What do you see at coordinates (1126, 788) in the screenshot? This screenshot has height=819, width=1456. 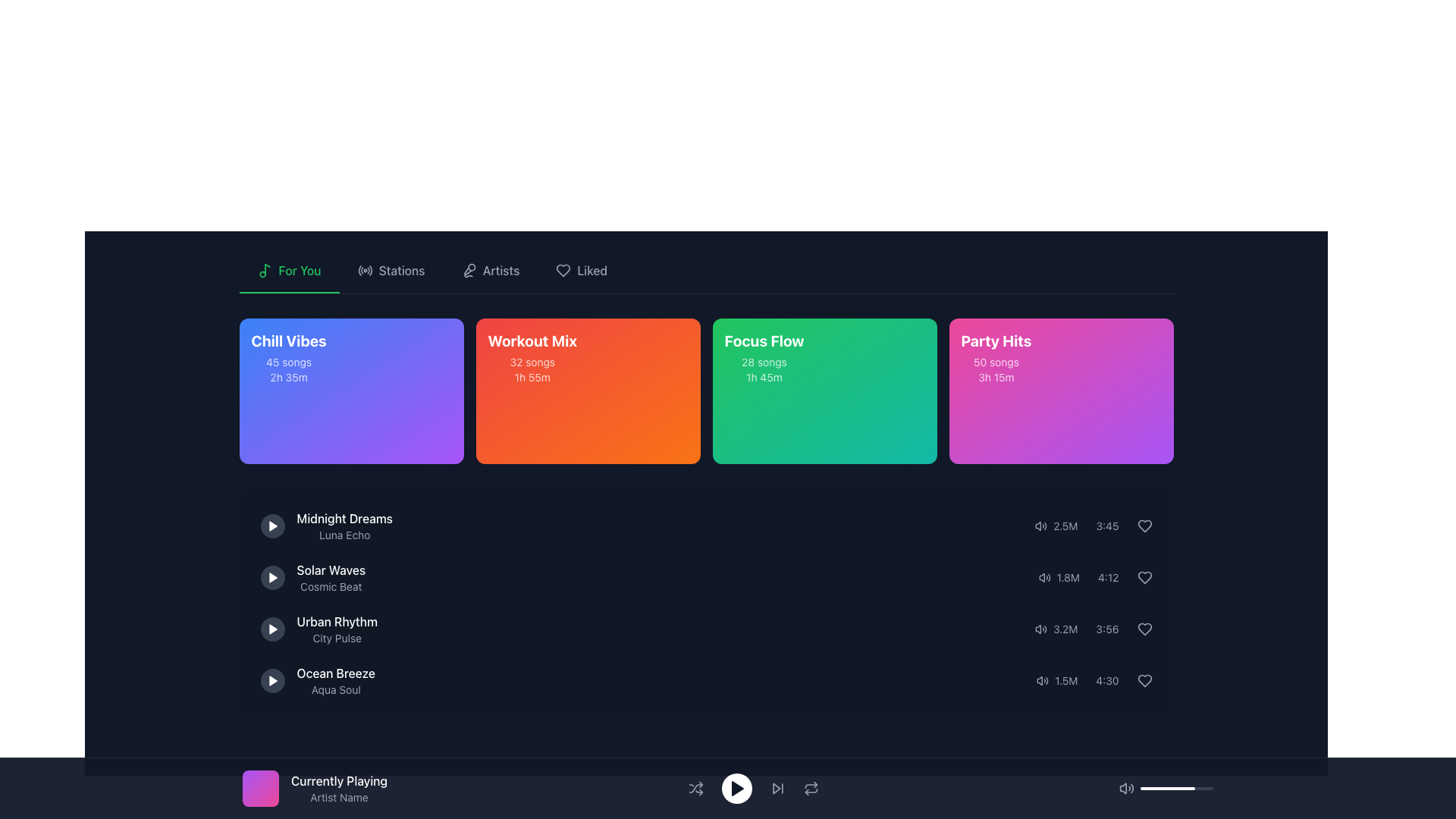 I see `the state of the volume icon located at the far left of the playback controls at the bottom center of the interface` at bounding box center [1126, 788].